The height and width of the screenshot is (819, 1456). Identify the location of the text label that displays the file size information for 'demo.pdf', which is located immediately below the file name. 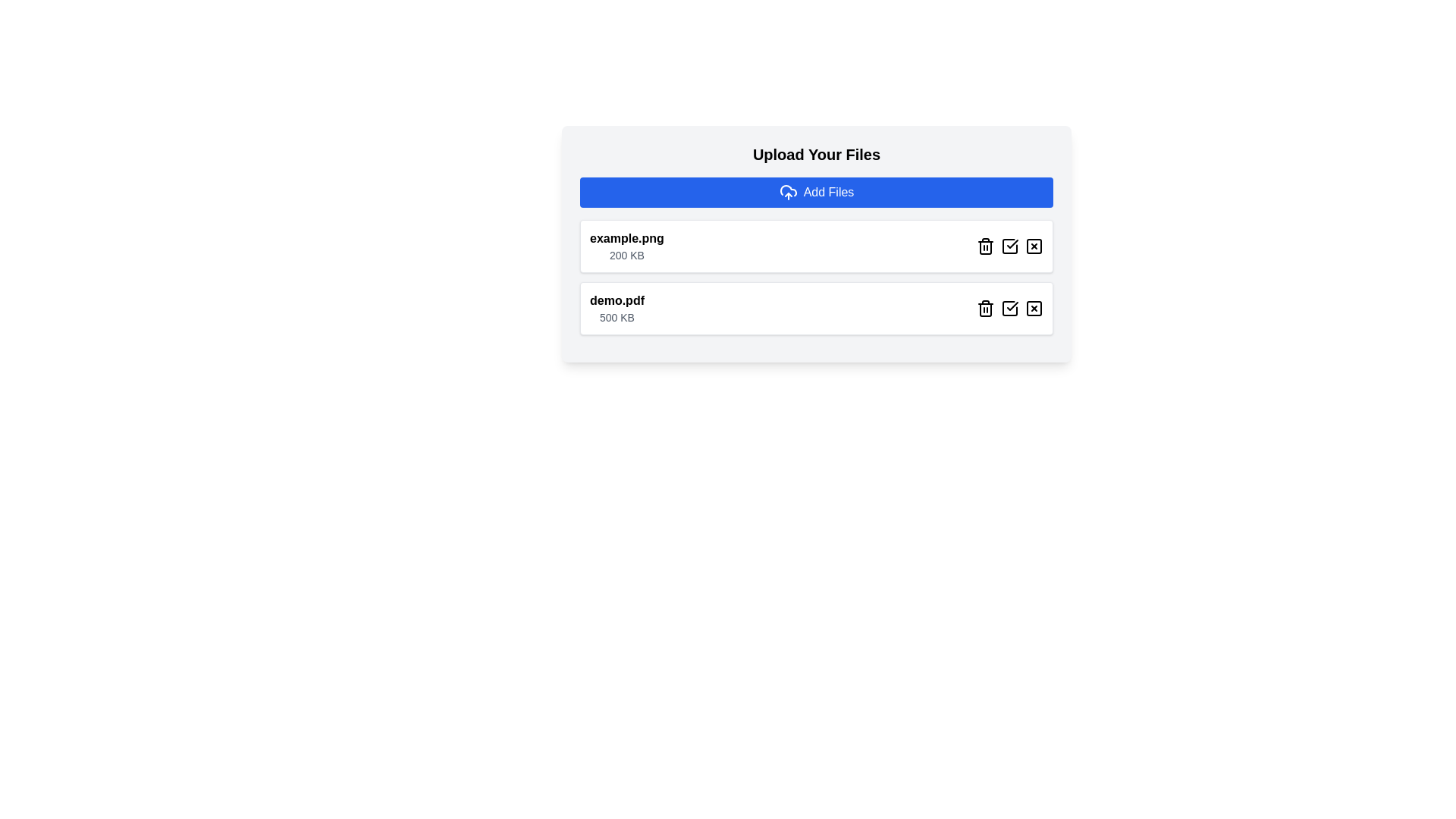
(617, 317).